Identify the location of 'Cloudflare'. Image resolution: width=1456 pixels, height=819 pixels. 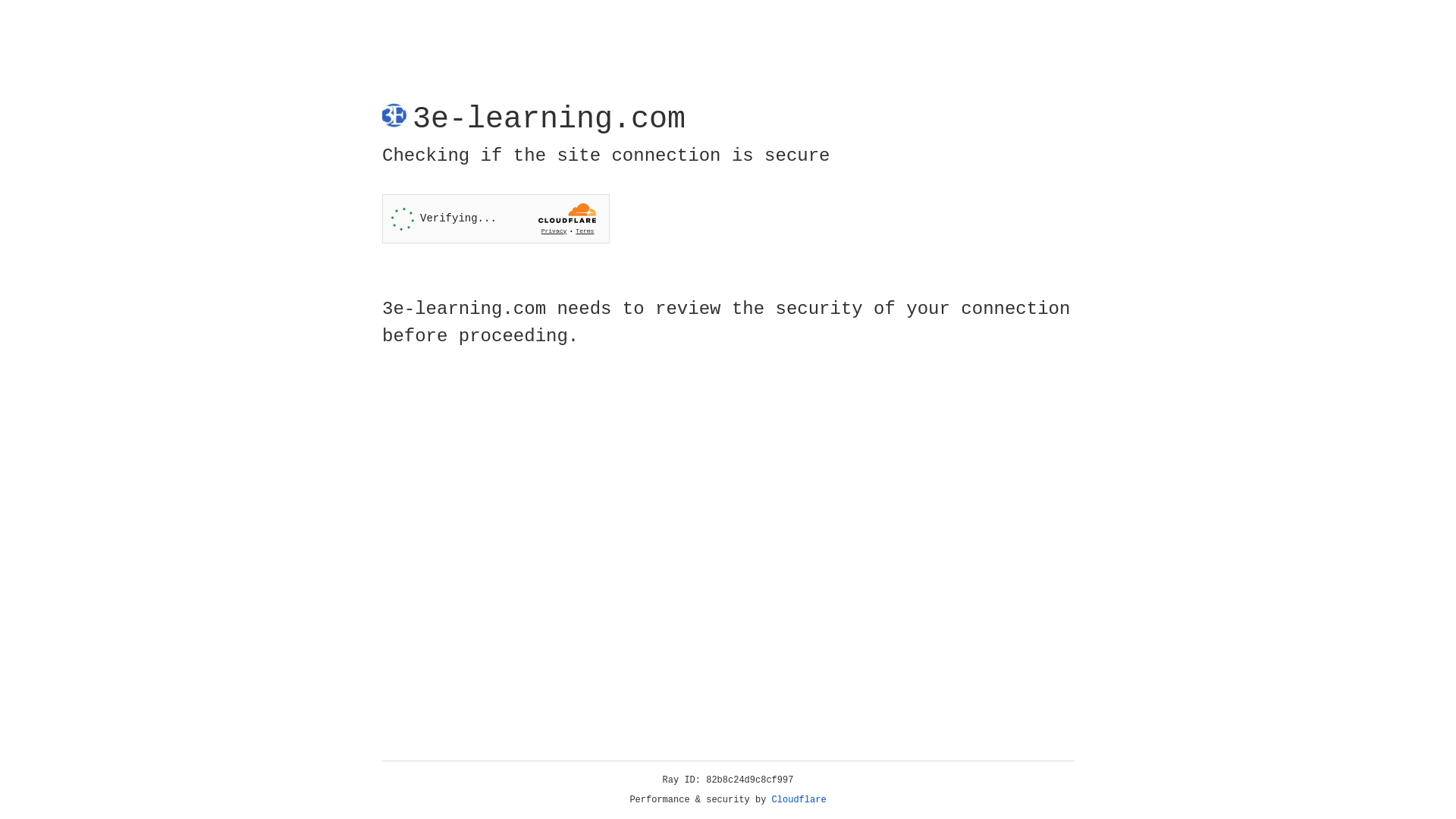
(799, 799).